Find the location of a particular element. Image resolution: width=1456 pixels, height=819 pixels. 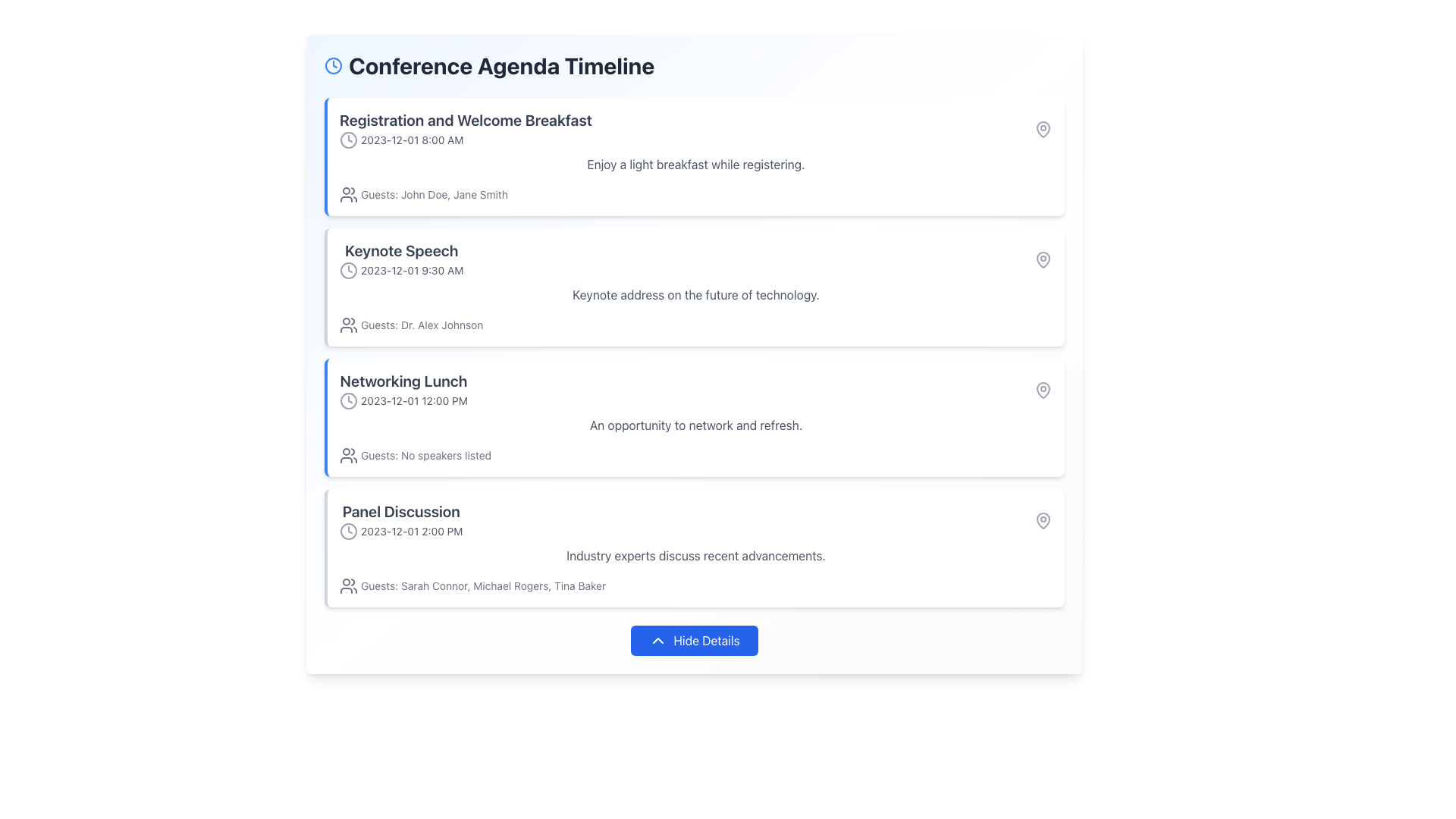

the circular outline of the clock face in the 'Keynote Speech' section of the agenda, which is styled with thin lines and positioned next to the timestamp text is located at coordinates (348, 270).